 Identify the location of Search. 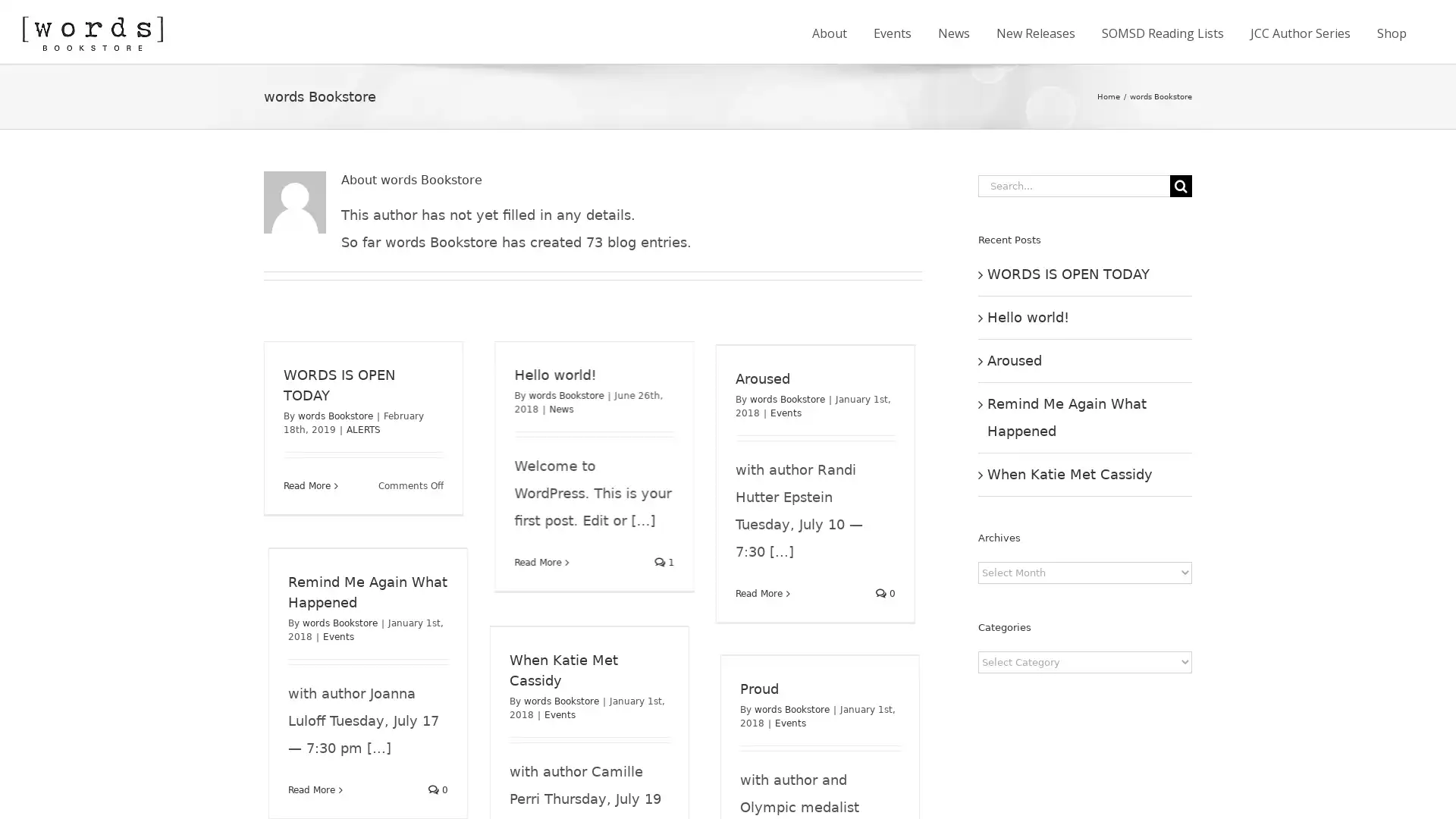
(1180, 184).